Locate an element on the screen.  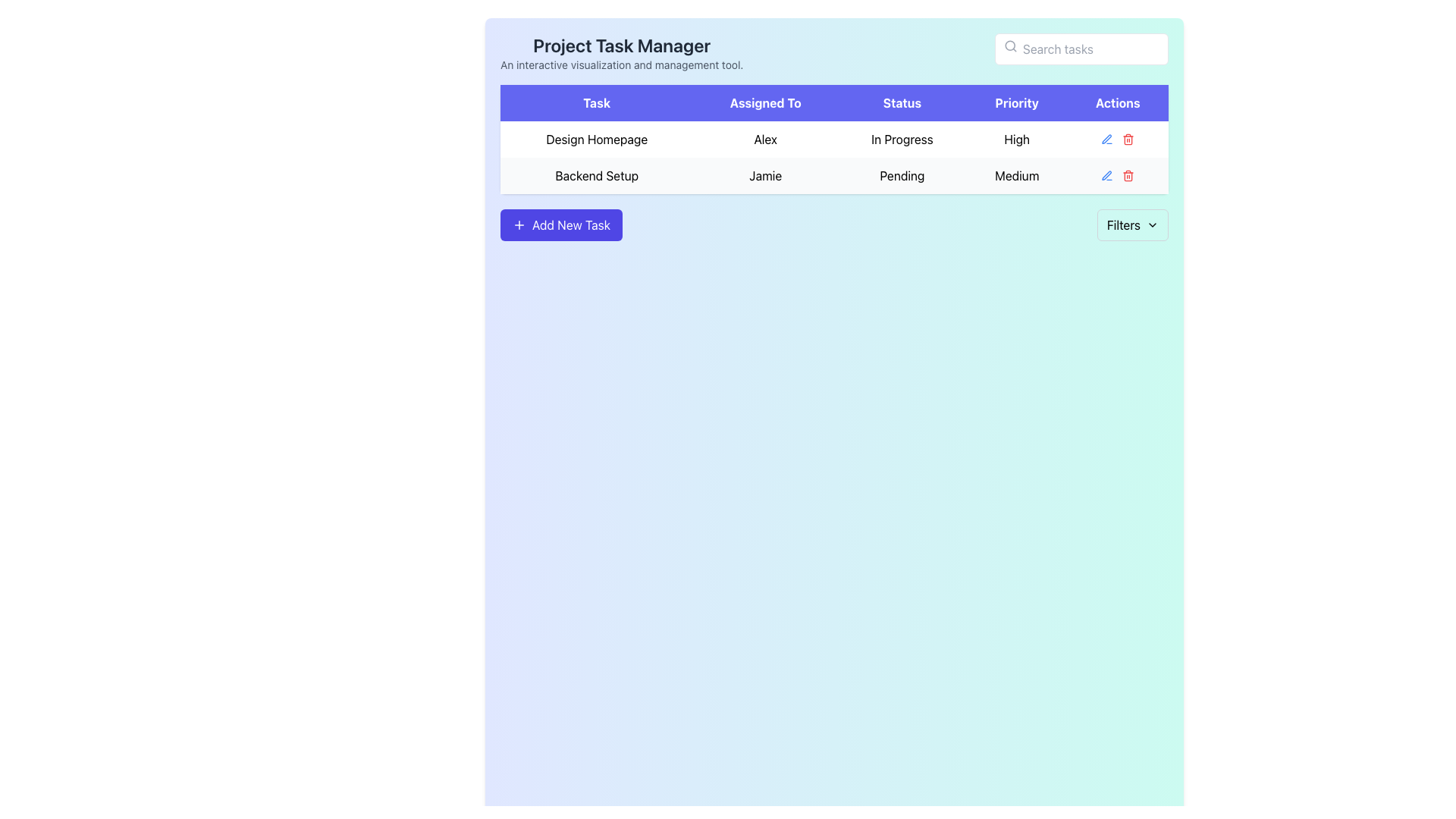
the edit button in the actions column of the row labeled 'Design Homepage' is located at coordinates (1118, 140).